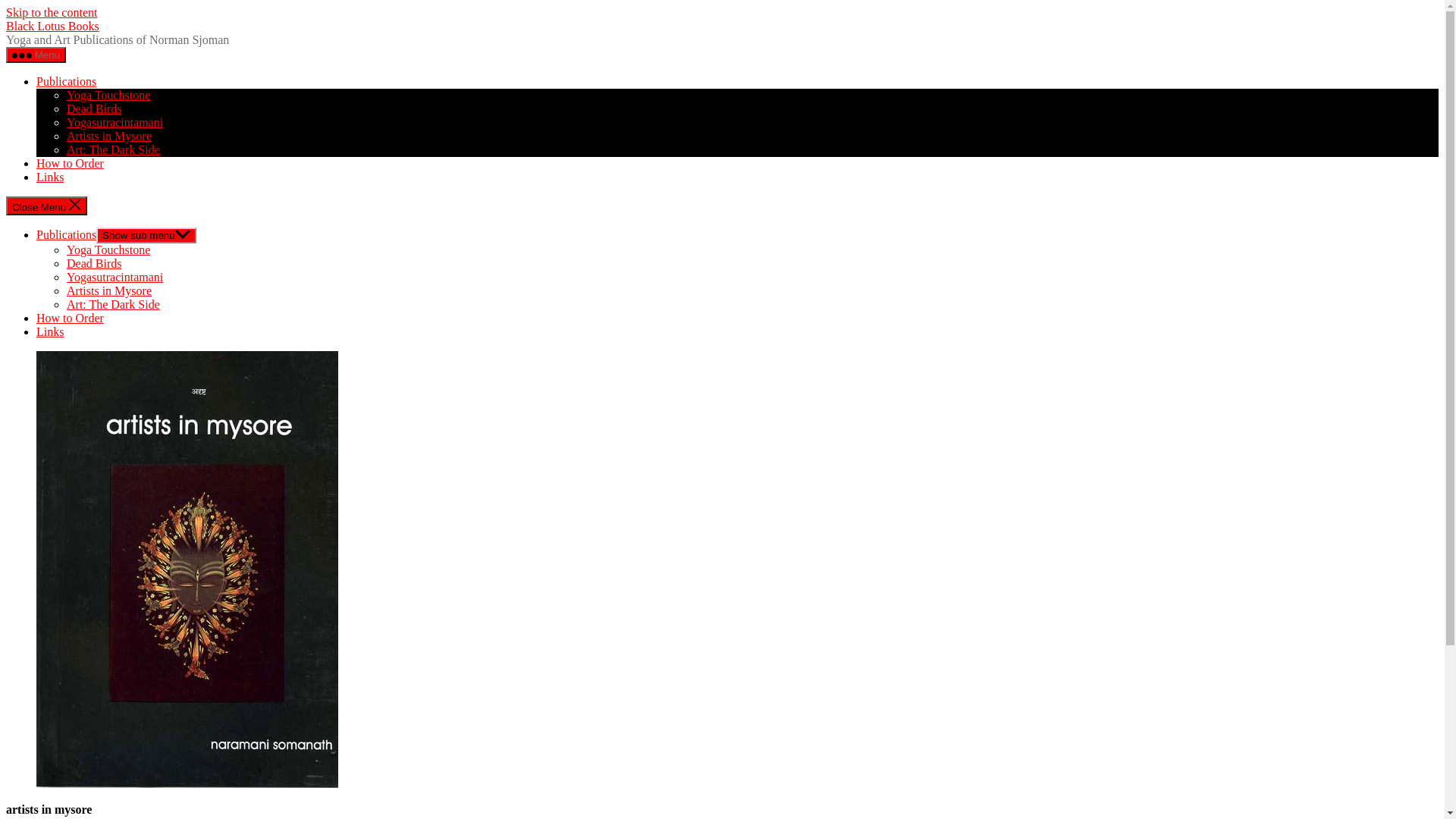 Image resolution: width=1456 pixels, height=819 pixels. Describe the element at coordinates (65, 95) in the screenshot. I see `'Yoga Touchstone'` at that location.